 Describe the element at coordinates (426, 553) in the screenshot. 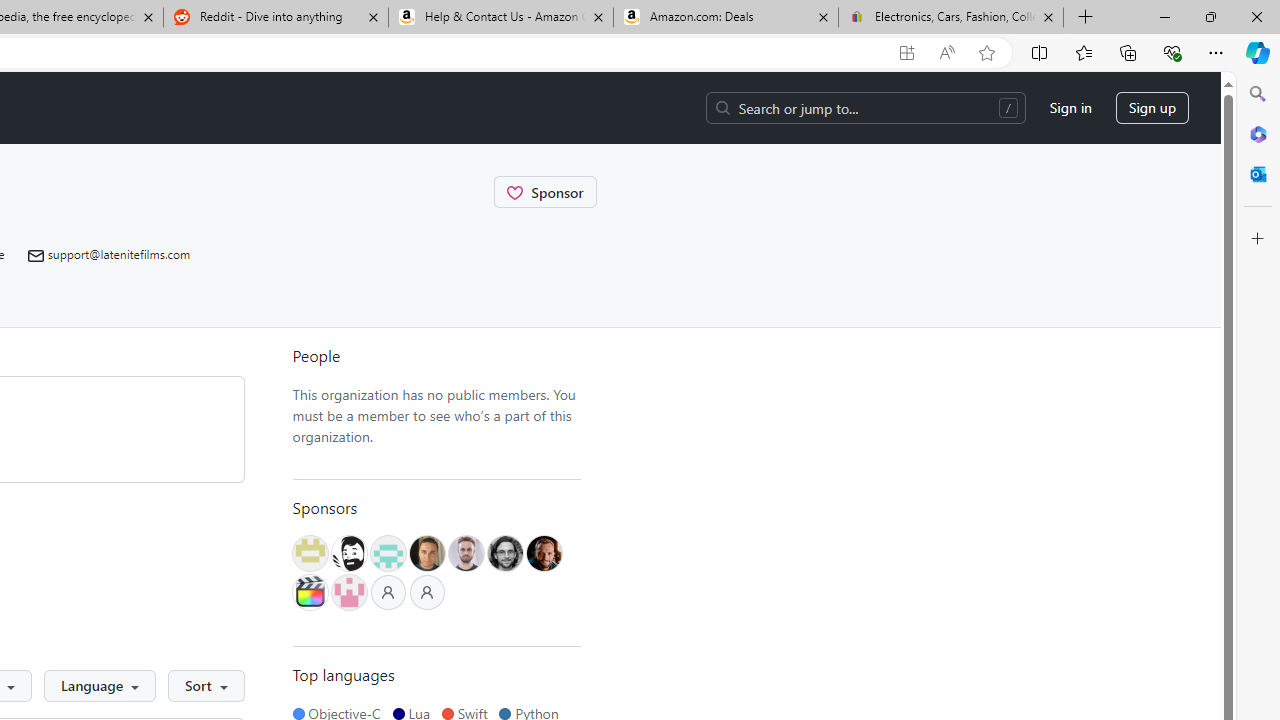

I see `'@lamer40'` at that location.